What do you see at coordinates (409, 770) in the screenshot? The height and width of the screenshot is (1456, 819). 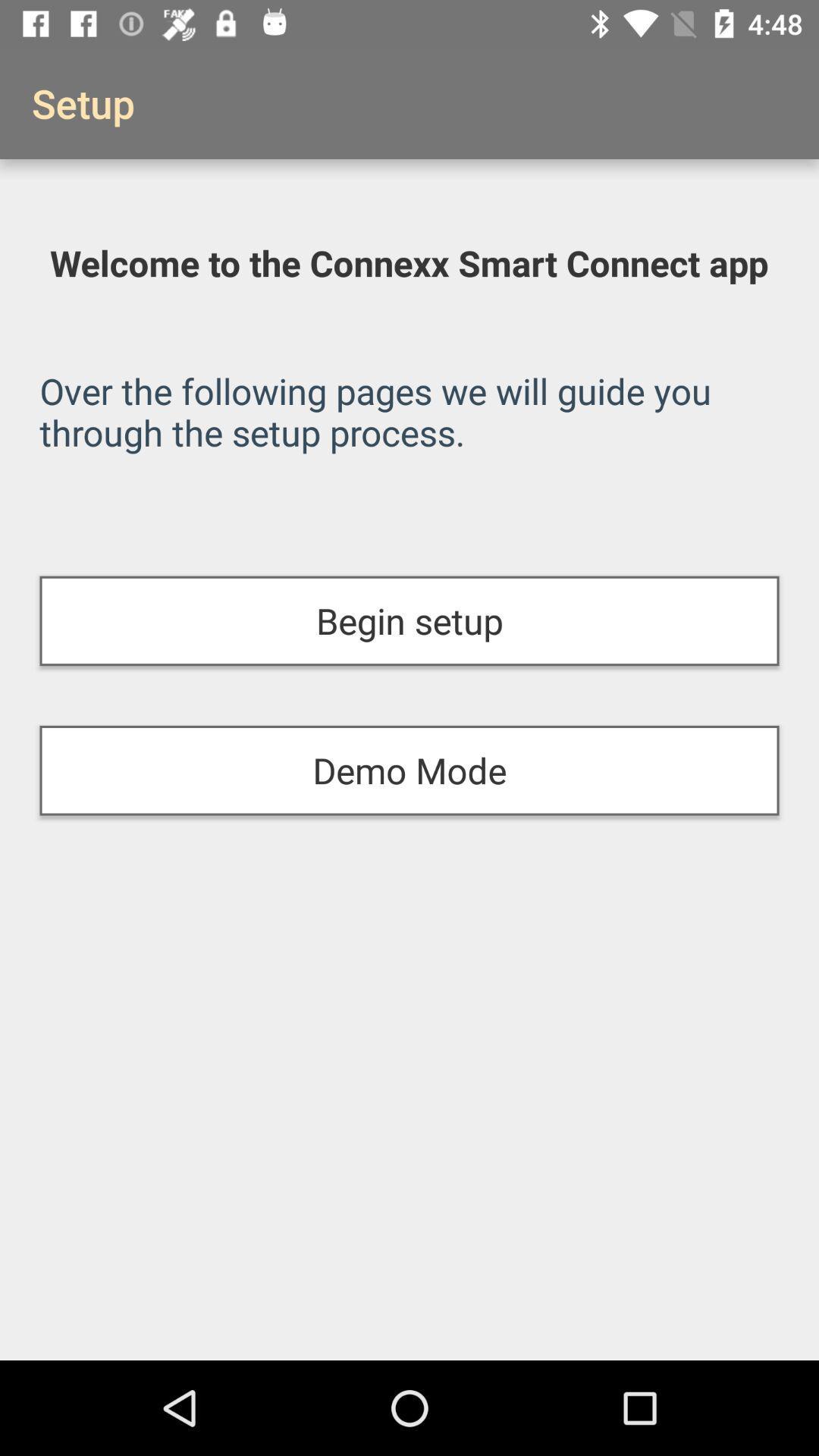 I see `the demo mode` at bounding box center [409, 770].